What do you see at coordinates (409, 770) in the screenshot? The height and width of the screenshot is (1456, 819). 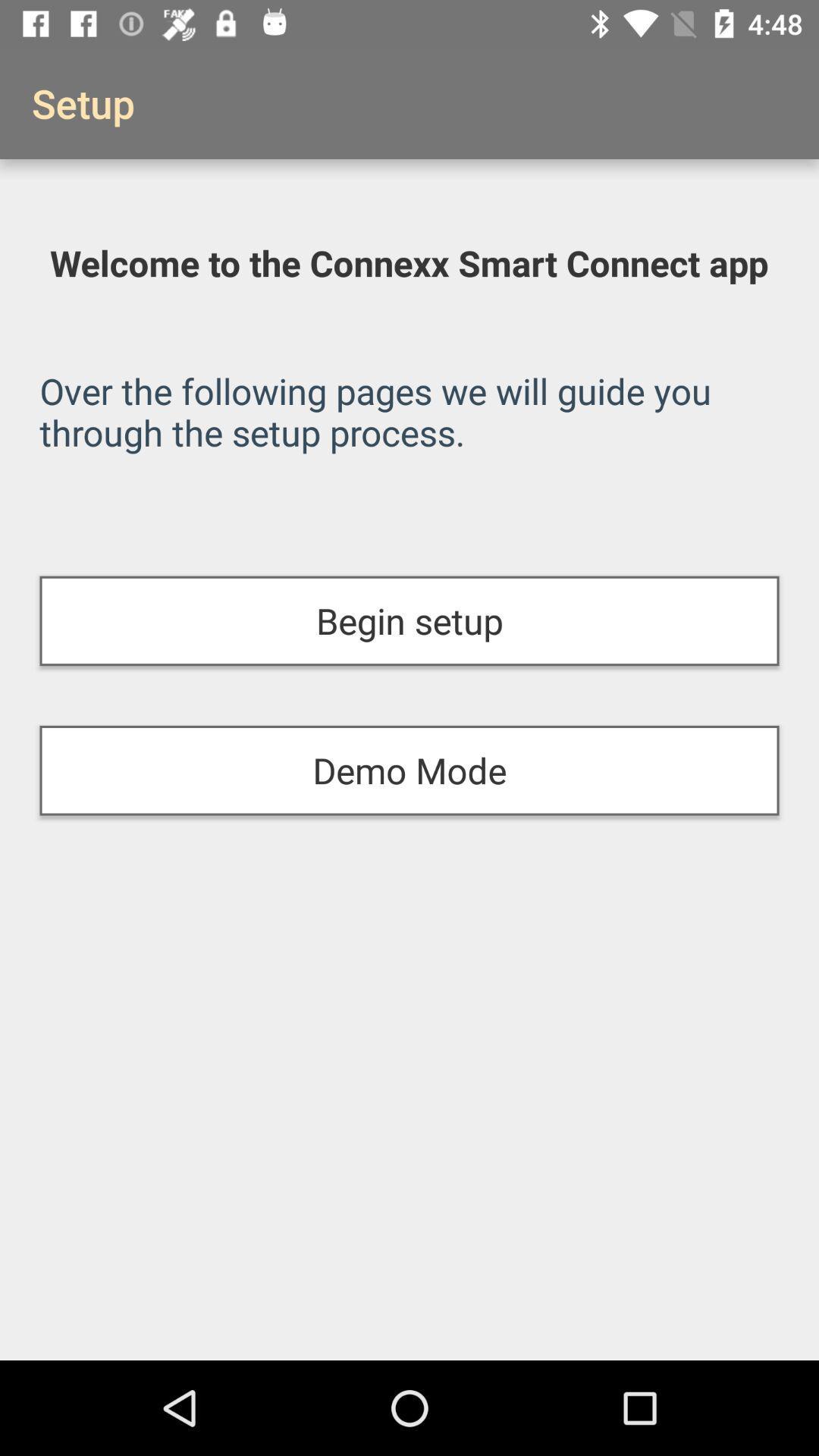 I see `the demo mode` at bounding box center [409, 770].